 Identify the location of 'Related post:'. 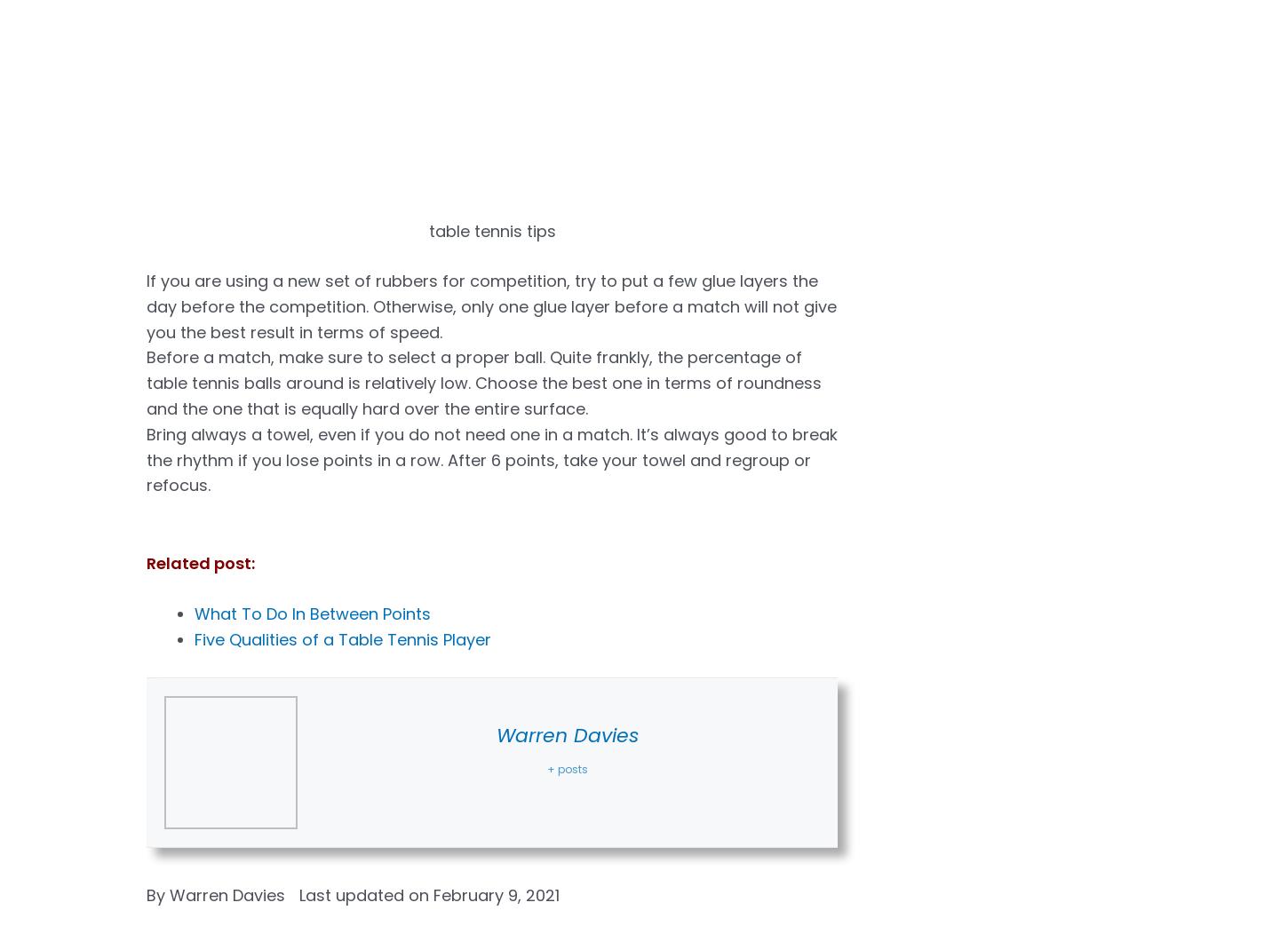
(200, 561).